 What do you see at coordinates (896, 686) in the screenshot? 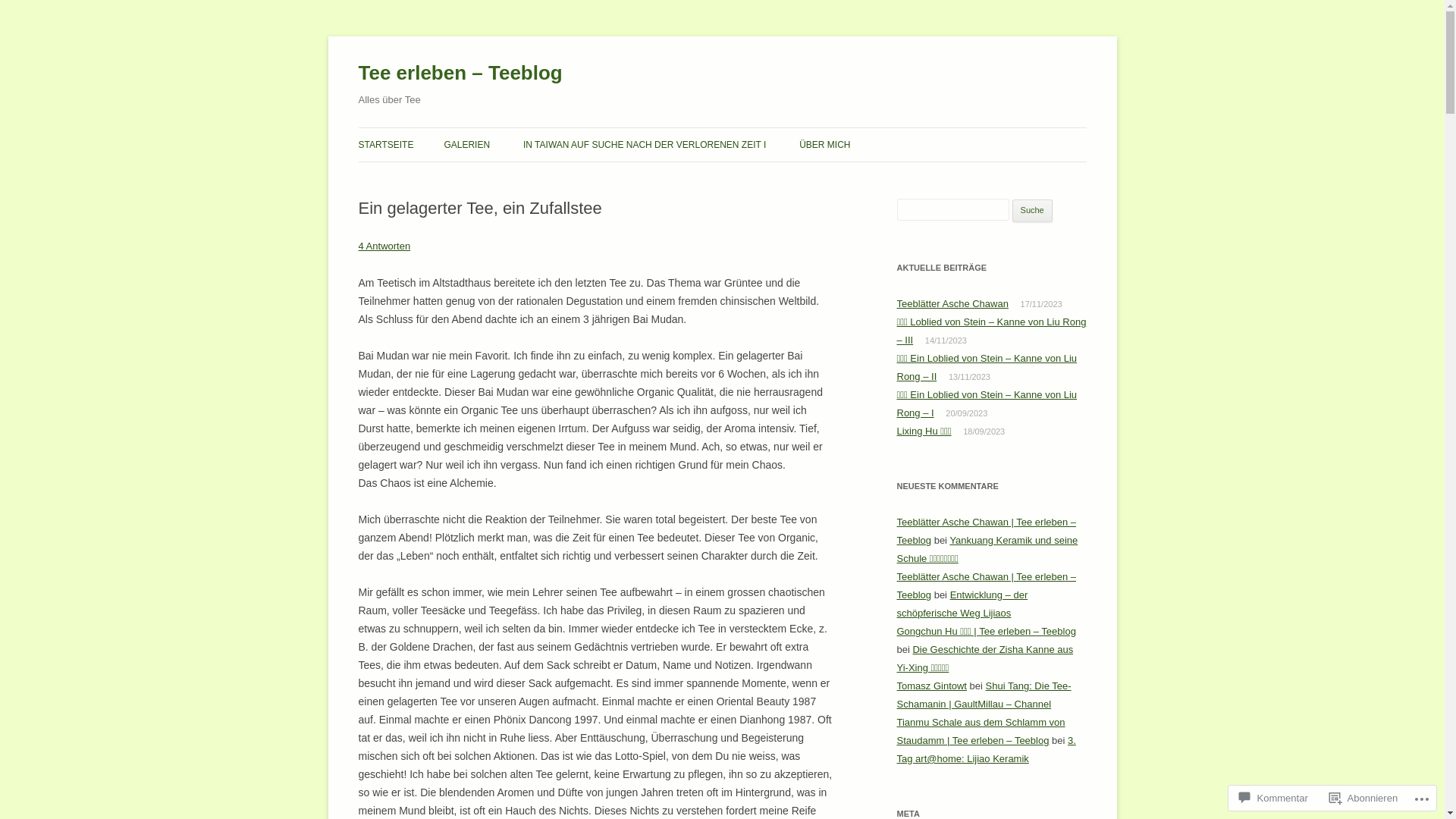
I see `'Tomasz Gintowt'` at bounding box center [896, 686].